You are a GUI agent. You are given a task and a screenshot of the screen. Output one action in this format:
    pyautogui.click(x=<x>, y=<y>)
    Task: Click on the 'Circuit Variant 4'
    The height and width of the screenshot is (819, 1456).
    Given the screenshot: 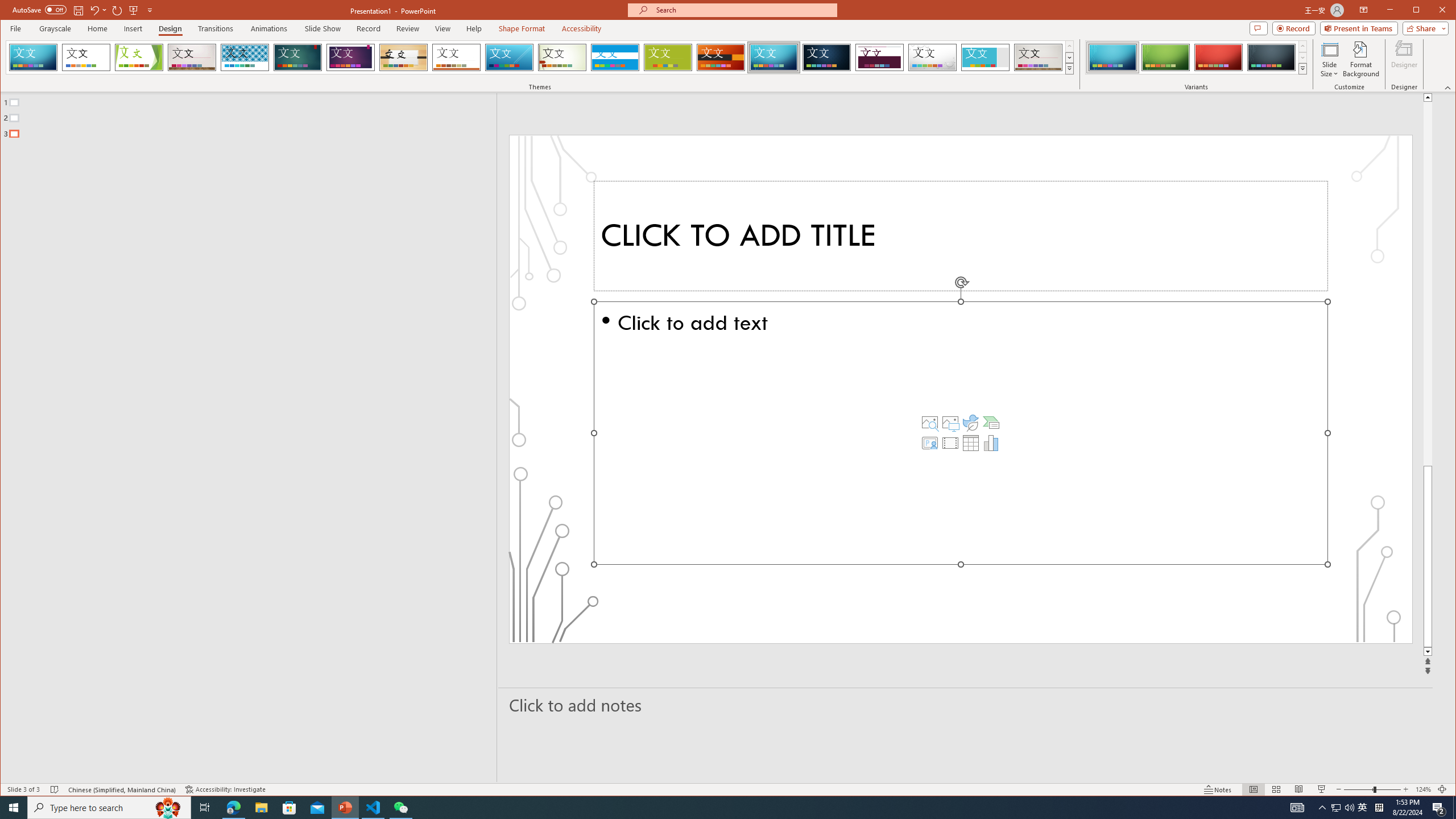 What is the action you would take?
    pyautogui.click(x=1270, y=57)
    